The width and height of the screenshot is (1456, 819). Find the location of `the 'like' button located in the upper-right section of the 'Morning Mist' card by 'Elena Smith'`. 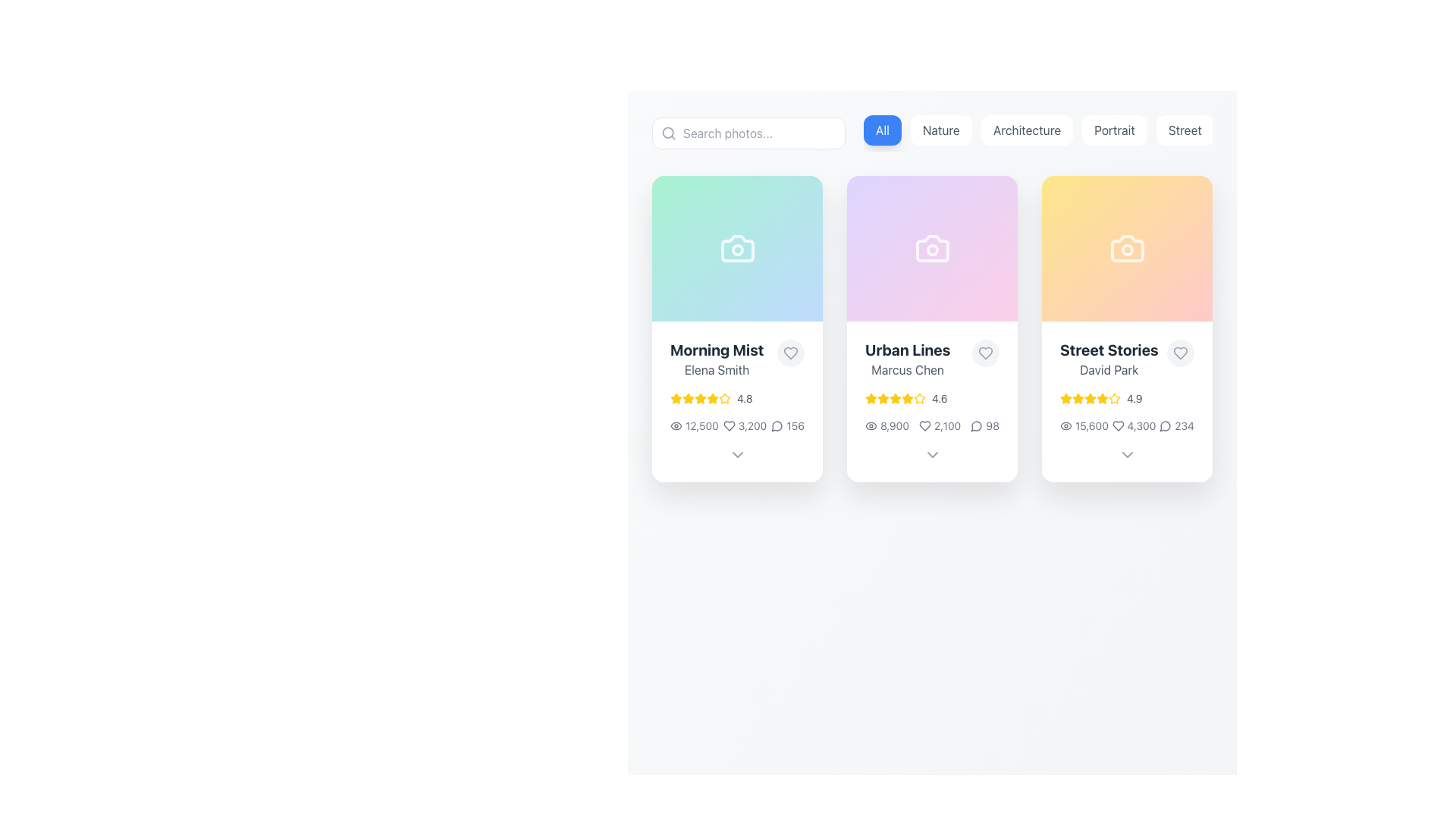

the 'like' button located in the upper-right section of the 'Morning Mist' card by 'Elena Smith' is located at coordinates (789, 353).